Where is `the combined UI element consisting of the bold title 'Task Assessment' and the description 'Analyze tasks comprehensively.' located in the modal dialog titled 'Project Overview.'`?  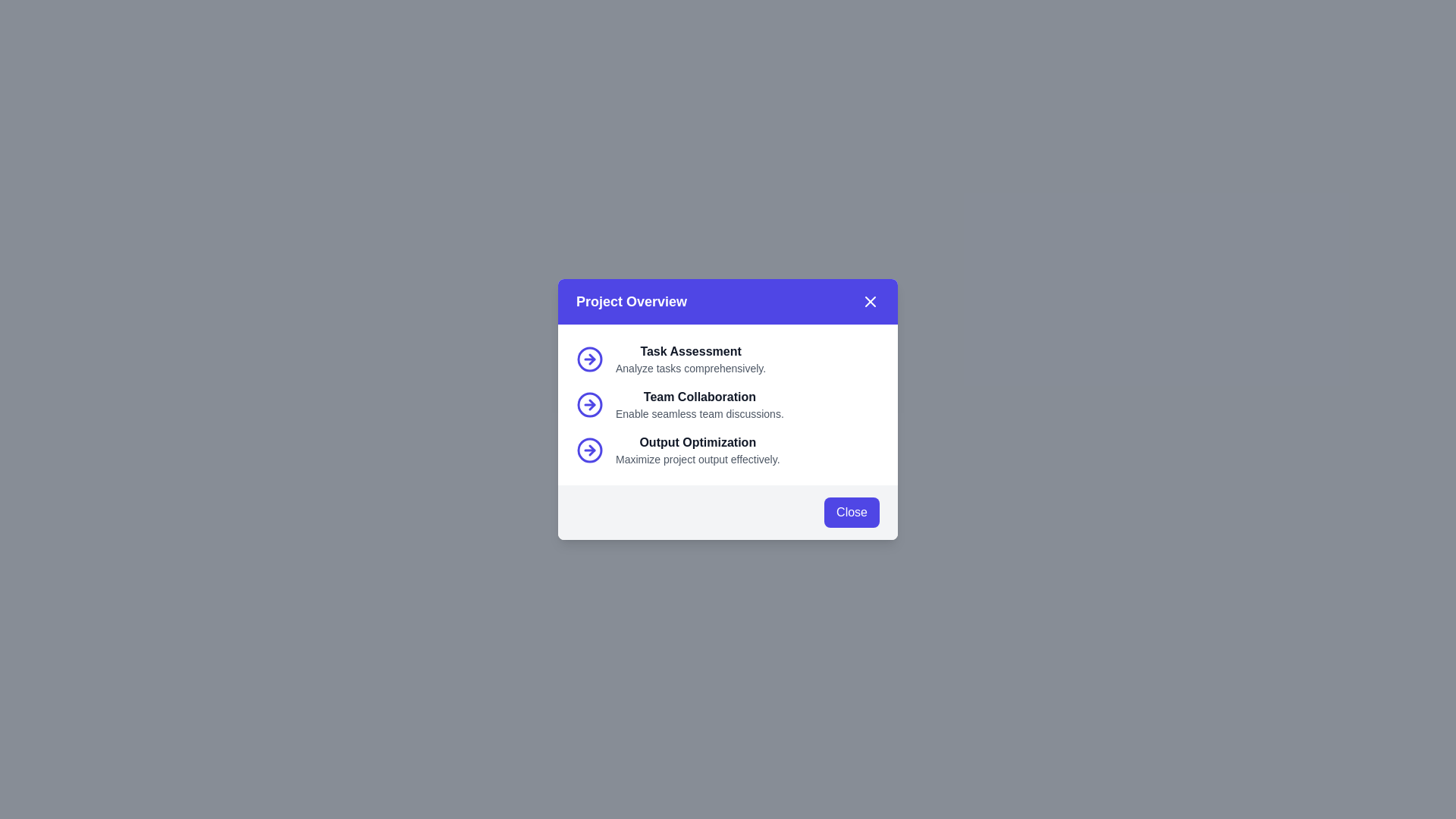
the combined UI element consisting of the bold title 'Task Assessment' and the description 'Analyze tasks comprehensively.' located in the modal dialog titled 'Project Overview.' is located at coordinates (690, 359).